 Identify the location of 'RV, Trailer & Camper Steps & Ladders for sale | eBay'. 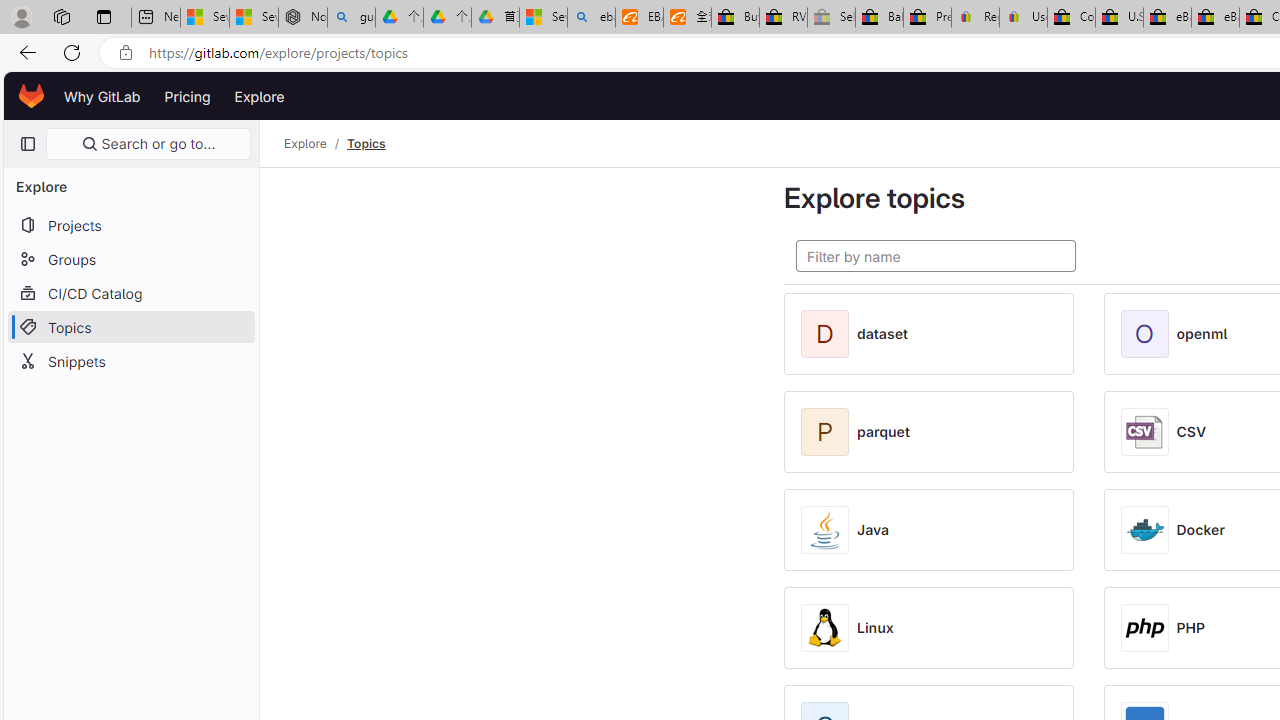
(783, 17).